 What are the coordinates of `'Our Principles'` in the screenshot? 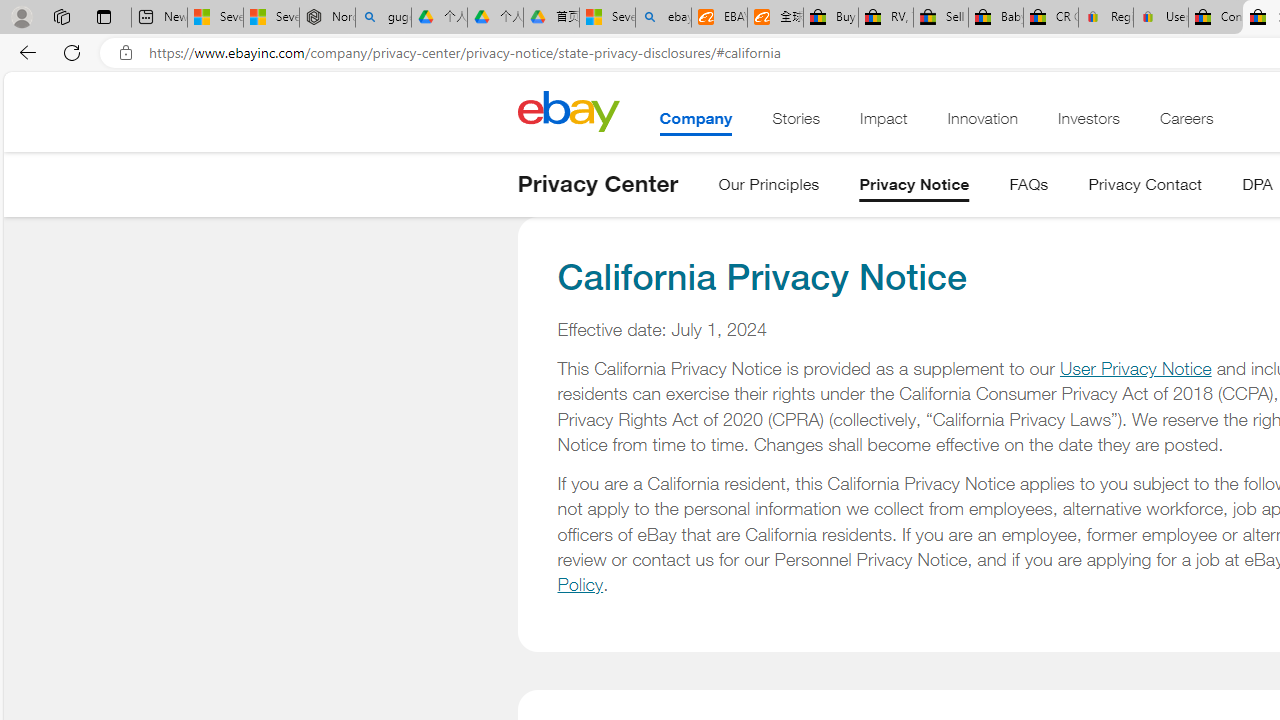 It's located at (768, 188).